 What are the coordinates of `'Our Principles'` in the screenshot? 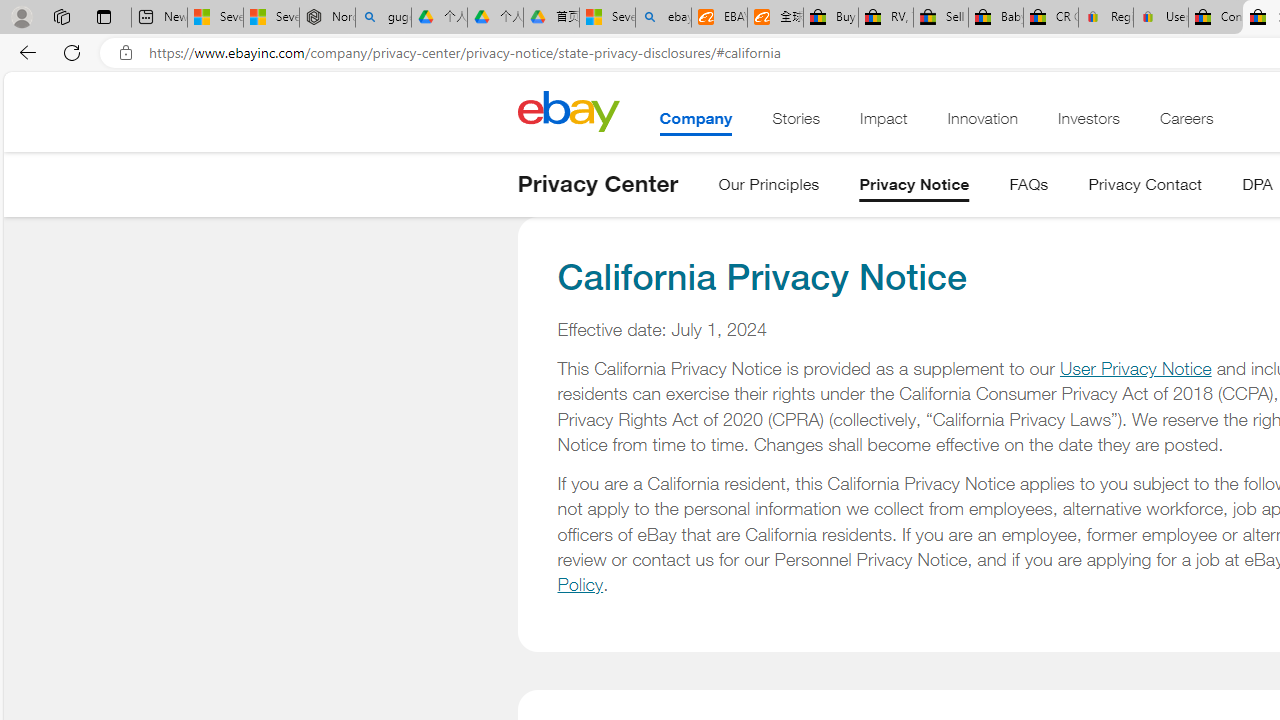 It's located at (768, 188).